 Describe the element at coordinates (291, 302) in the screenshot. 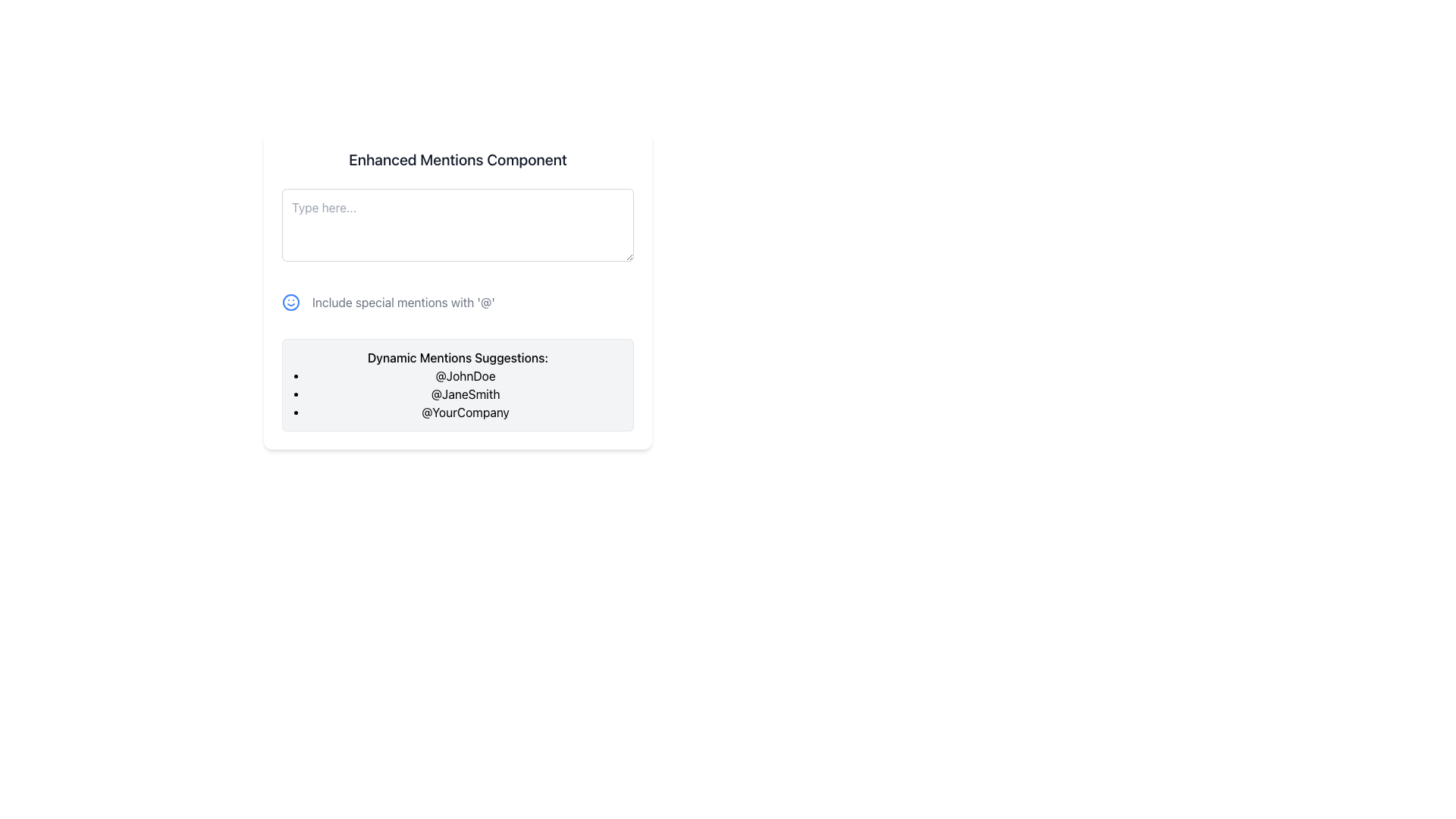

I see `the circular blue smiling face icon located to the left of the text 'Include special mentions with '@''` at that location.